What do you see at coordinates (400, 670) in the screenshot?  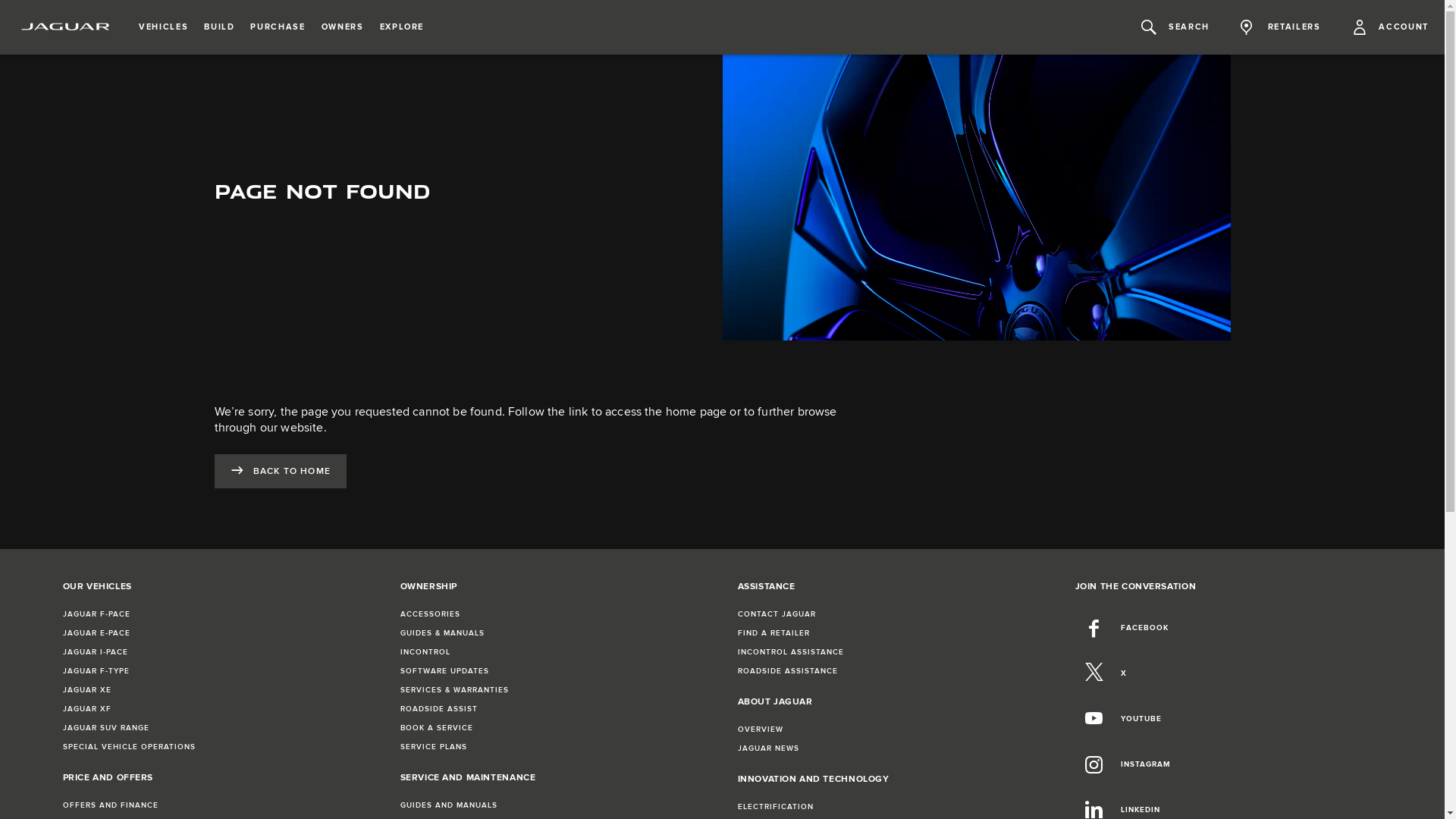 I see `'SOFTWARE UPDATES'` at bounding box center [400, 670].